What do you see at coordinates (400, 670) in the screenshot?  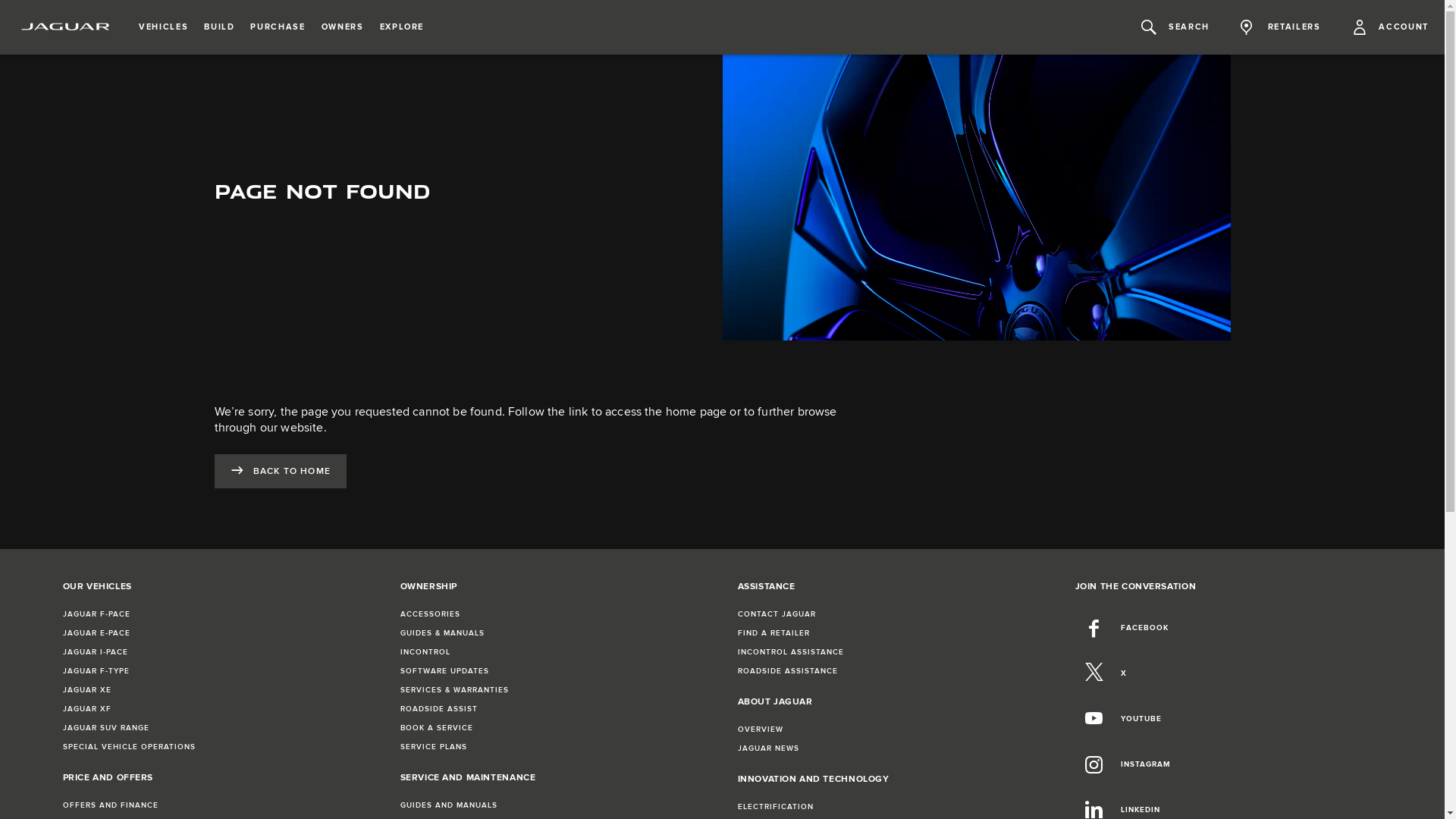 I see `'SOFTWARE UPDATES'` at bounding box center [400, 670].